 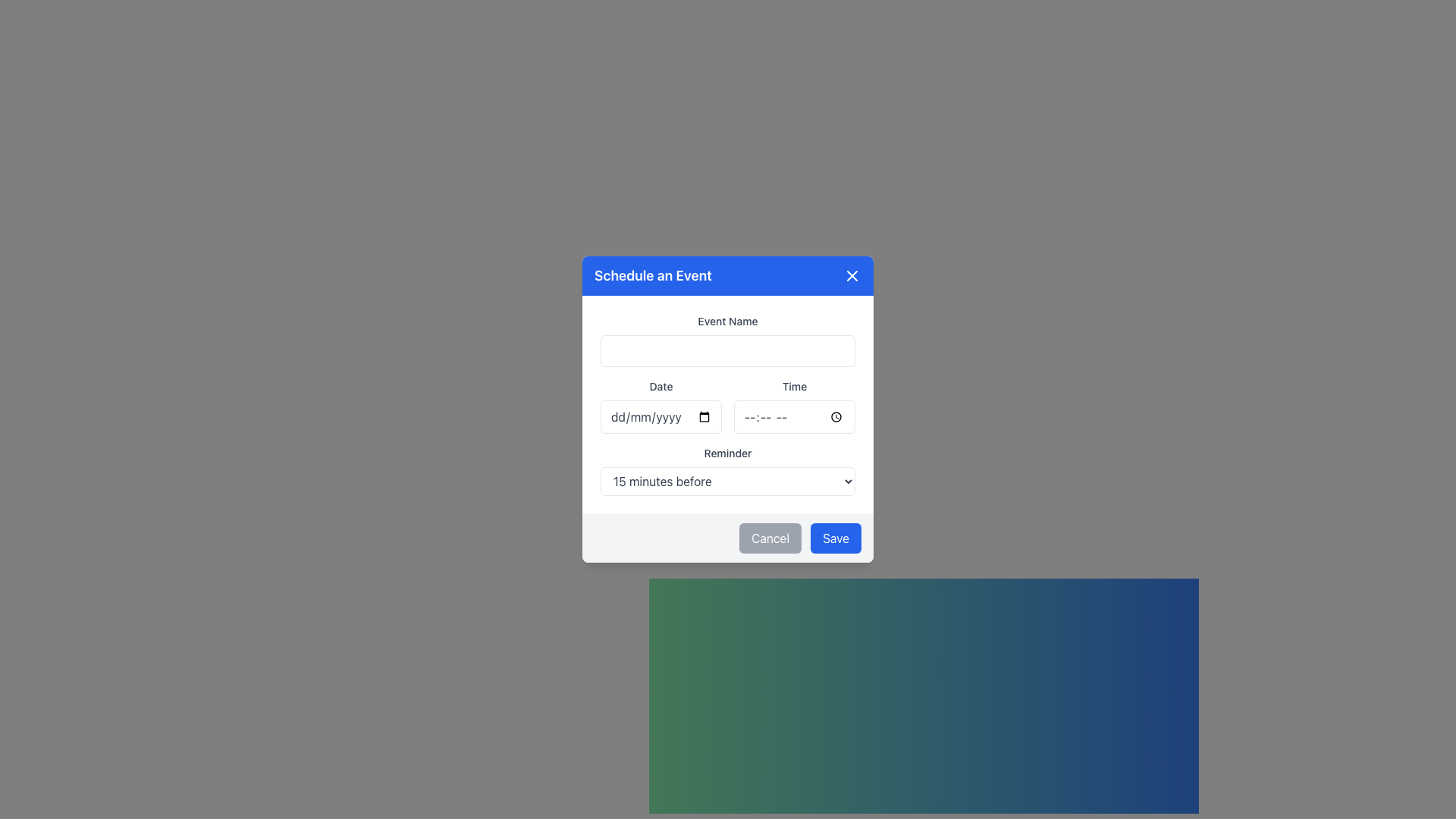 What do you see at coordinates (793, 385) in the screenshot?
I see `the 'Time' text label displayed in small, bold, medium gray font, which is located next to the time input field in the structured form layout` at bounding box center [793, 385].